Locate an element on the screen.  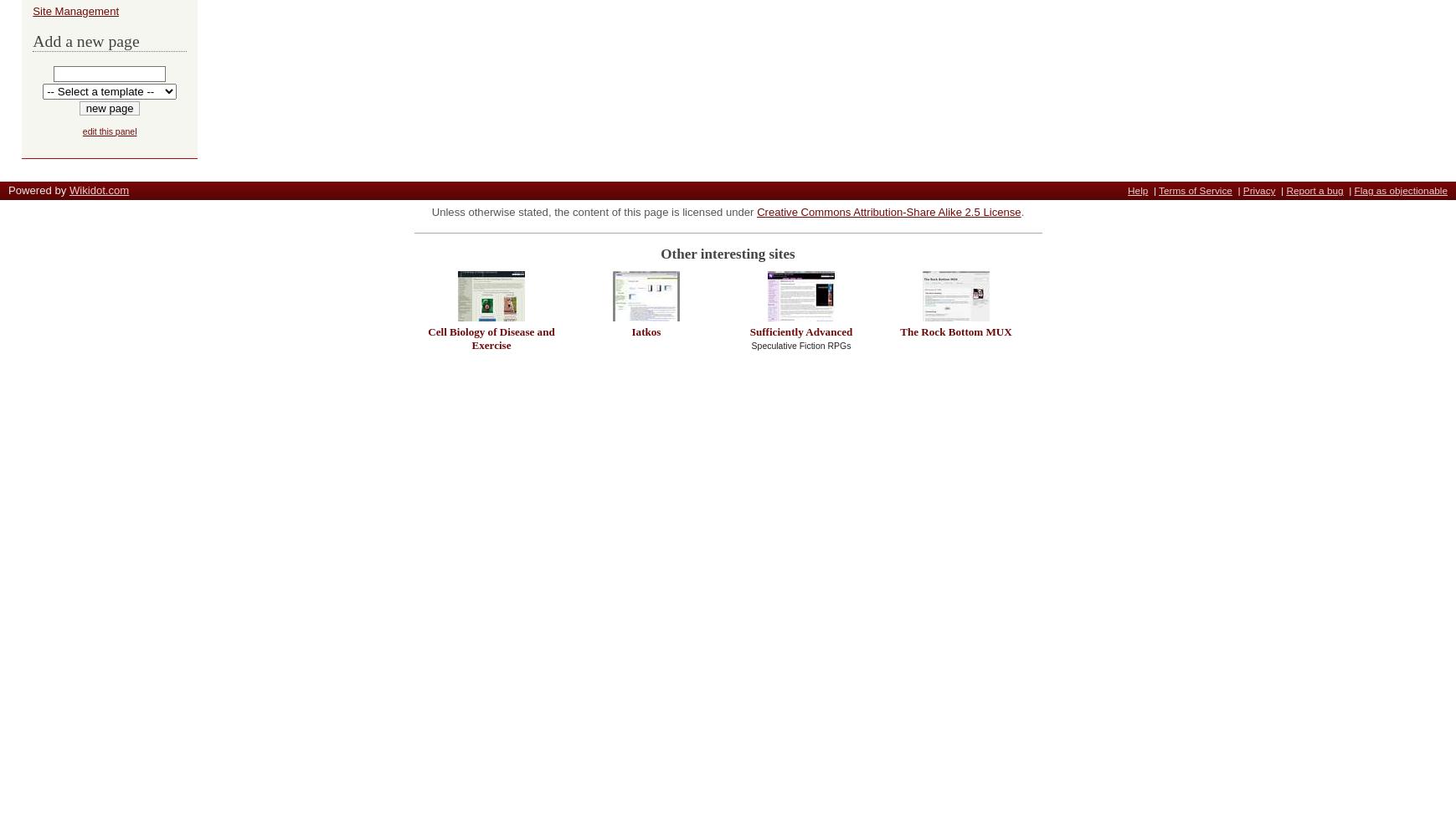
'Report a bug' is located at coordinates (1314, 190).